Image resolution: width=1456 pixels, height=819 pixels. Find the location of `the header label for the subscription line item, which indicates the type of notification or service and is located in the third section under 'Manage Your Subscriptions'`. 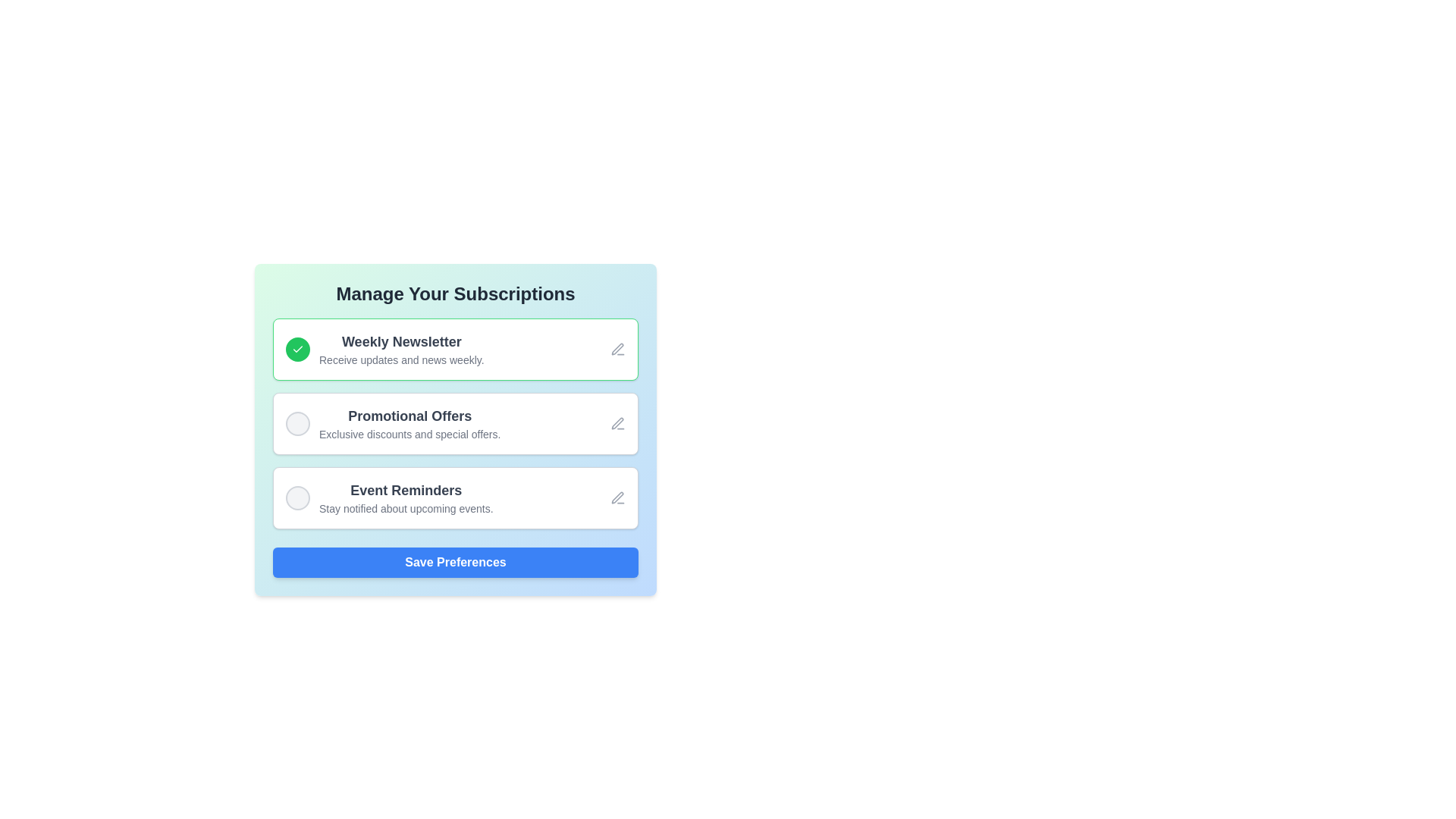

the header label for the subscription line item, which indicates the type of notification or service and is located in the third section under 'Manage Your Subscriptions' is located at coordinates (406, 491).